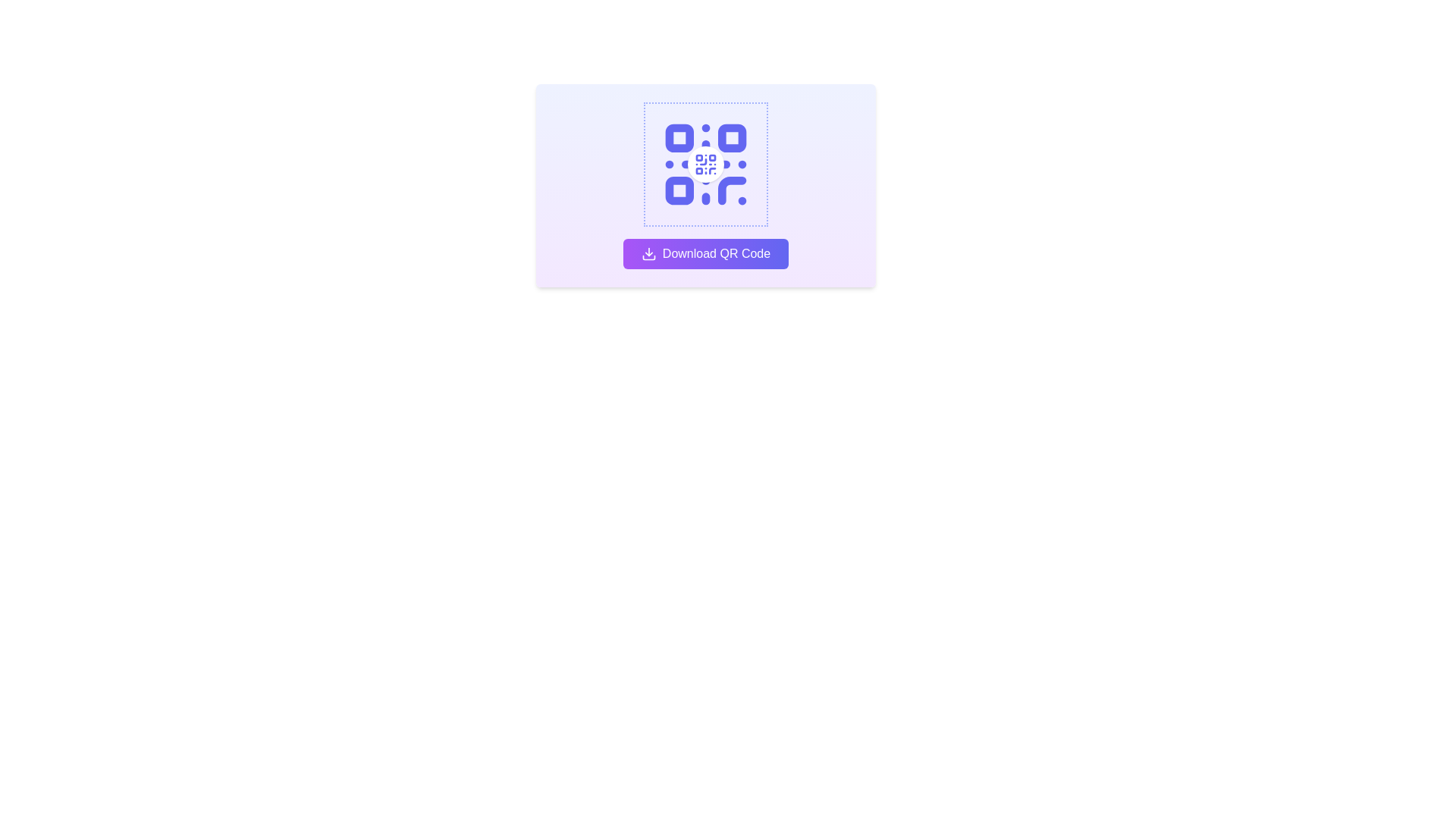 The width and height of the screenshot is (1456, 819). I want to click on the pivotal icon in the center of the QR code representation, which is visually significant and centrally aligned within a dotted border, so click(705, 164).